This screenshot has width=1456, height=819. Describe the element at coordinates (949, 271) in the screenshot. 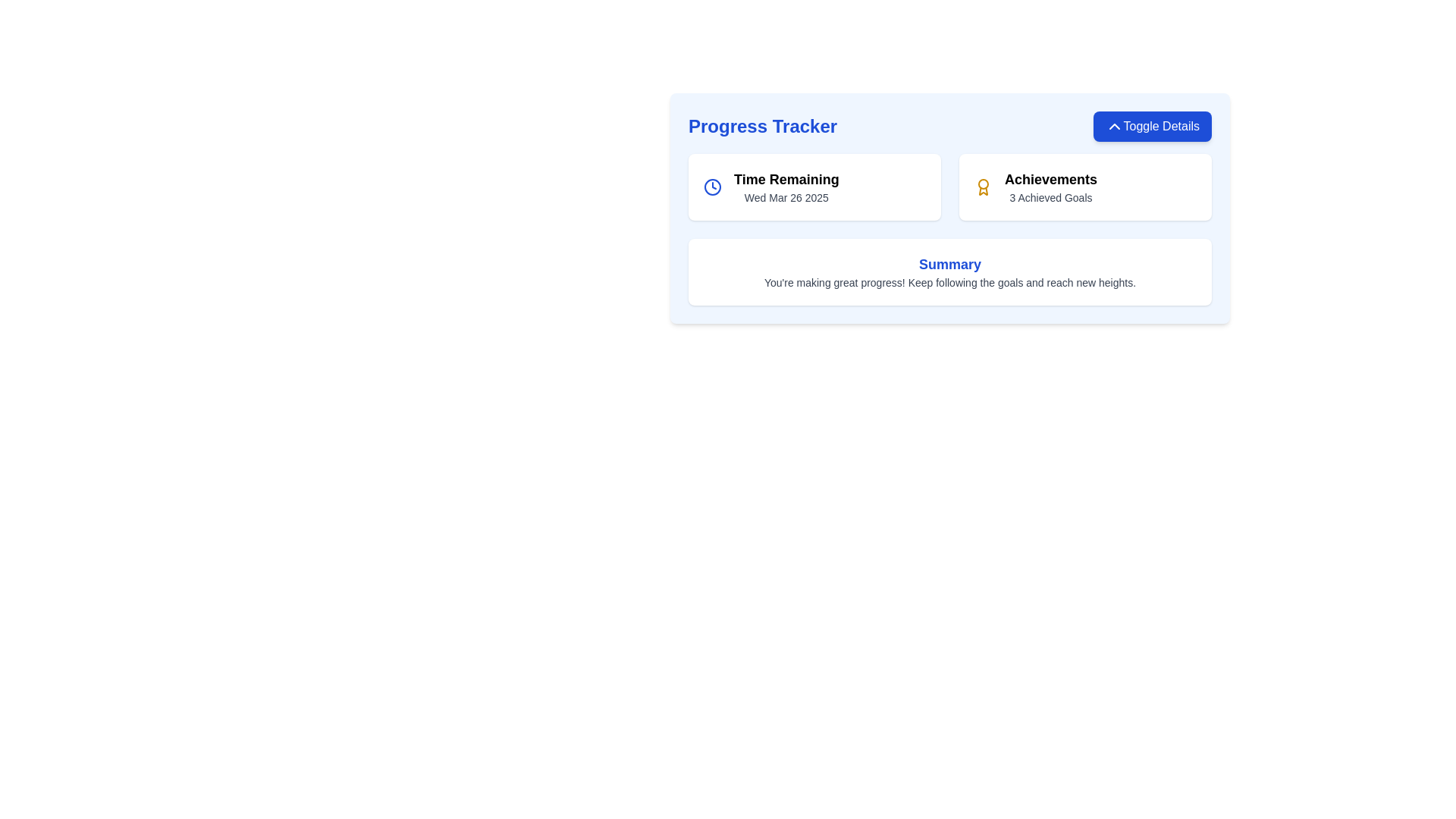

I see `the informational text box titled 'Summary' which displays a message about progress, styled in blue bold text with gray descriptive text below` at that location.